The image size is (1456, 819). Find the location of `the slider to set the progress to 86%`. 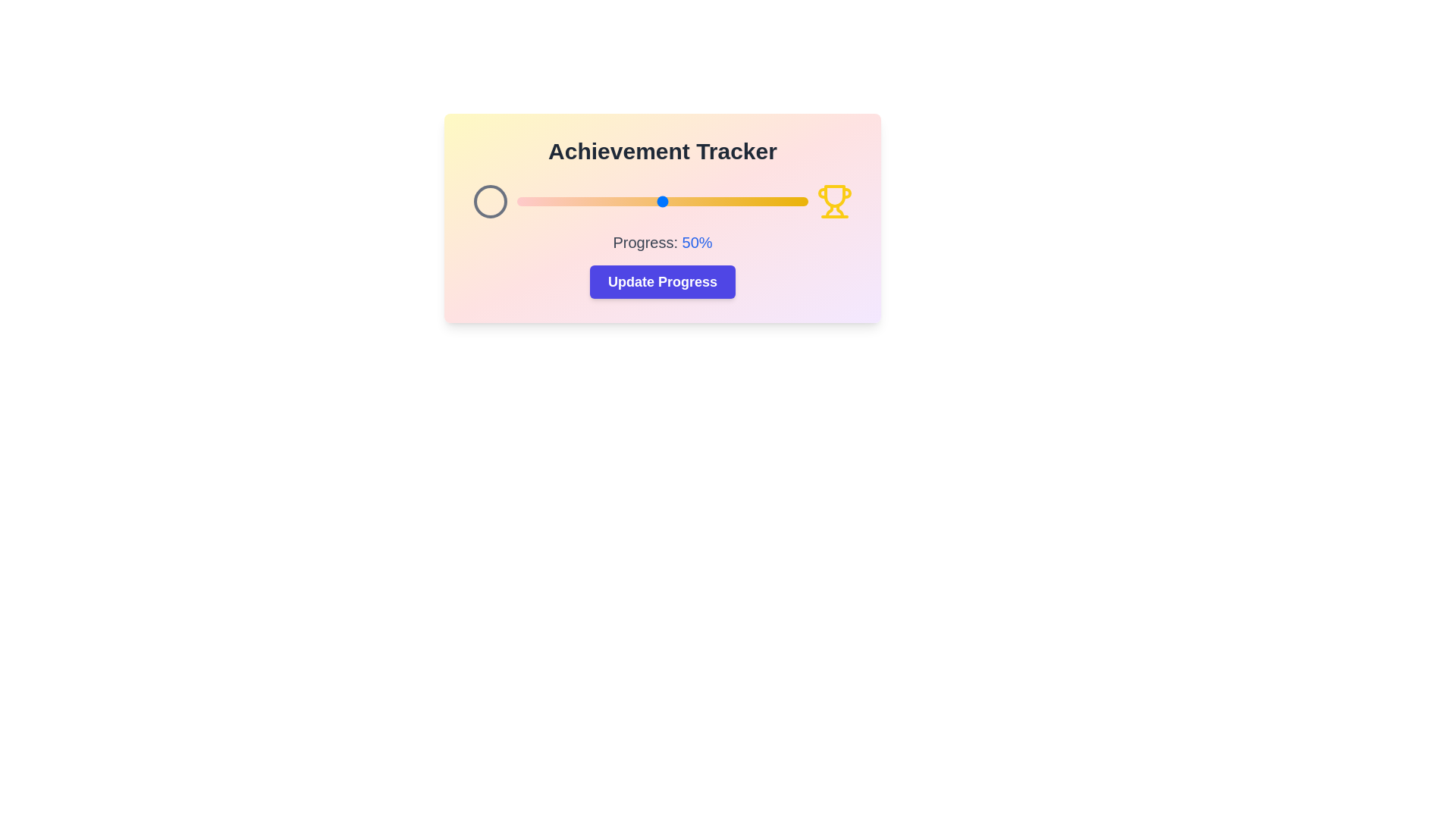

the slider to set the progress to 86% is located at coordinates (767, 201).